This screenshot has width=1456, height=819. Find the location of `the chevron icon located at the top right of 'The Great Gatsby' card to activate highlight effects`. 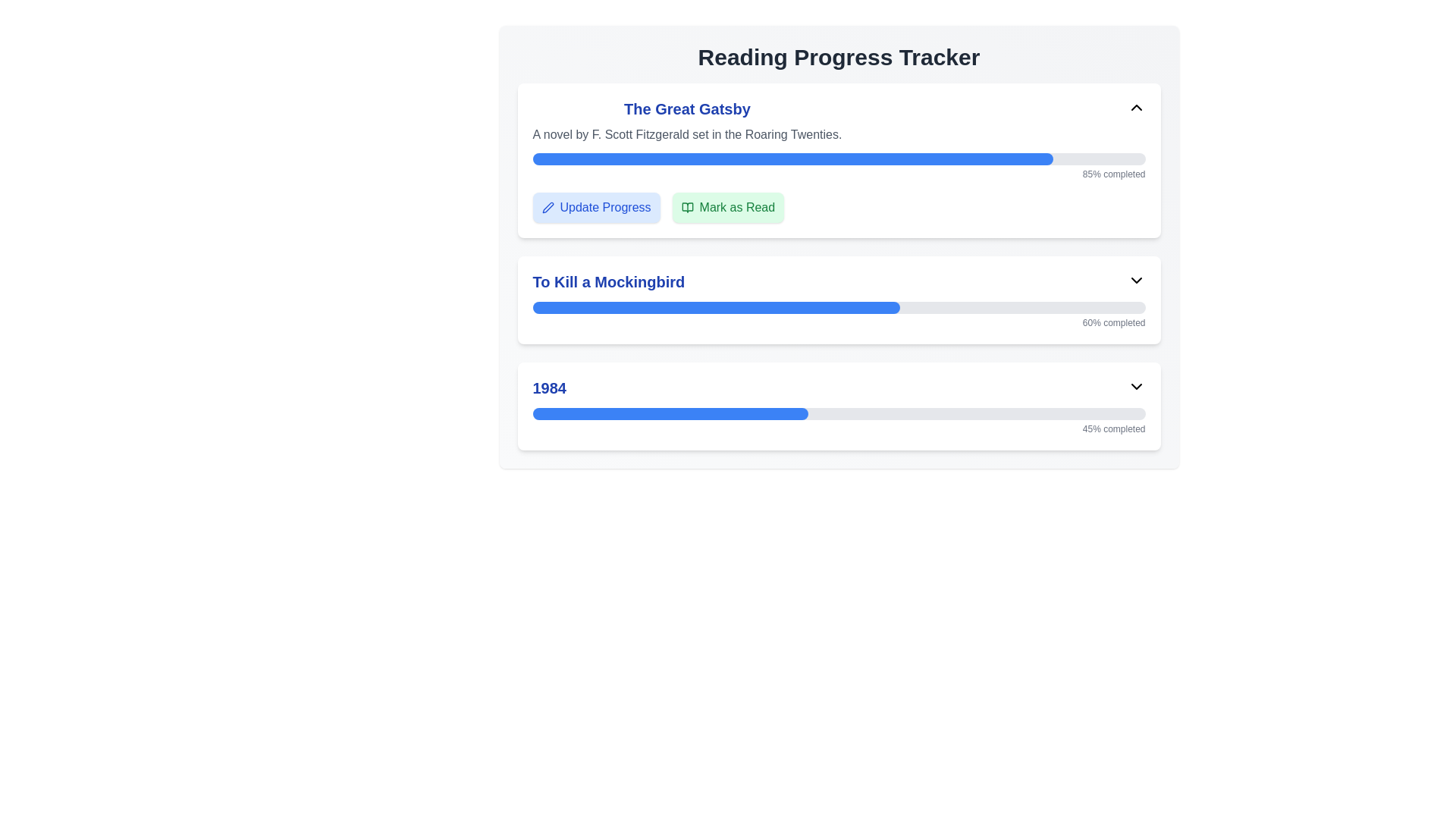

the chevron icon located at the top right of 'The Great Gatsby' card to activate highlight effects is located at coordinates (1136, 107).